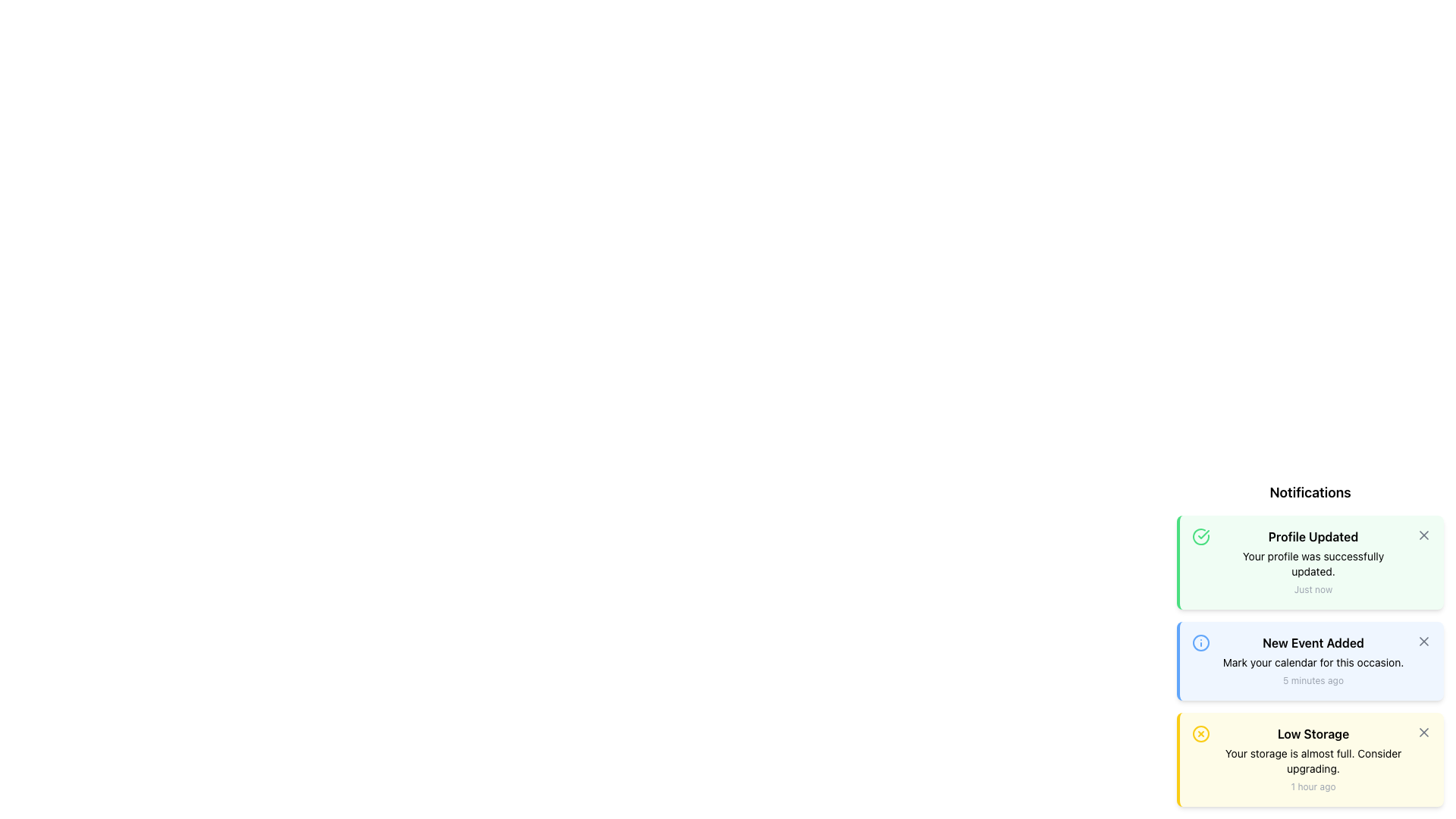 The image size is (1456, 819). Describe the element at coordinates (1200, 733) in the screenshot. I see `the warning icon in the last yellow notification card that indicates a low storage issue, located at the upper-left corner of the card` at that location.